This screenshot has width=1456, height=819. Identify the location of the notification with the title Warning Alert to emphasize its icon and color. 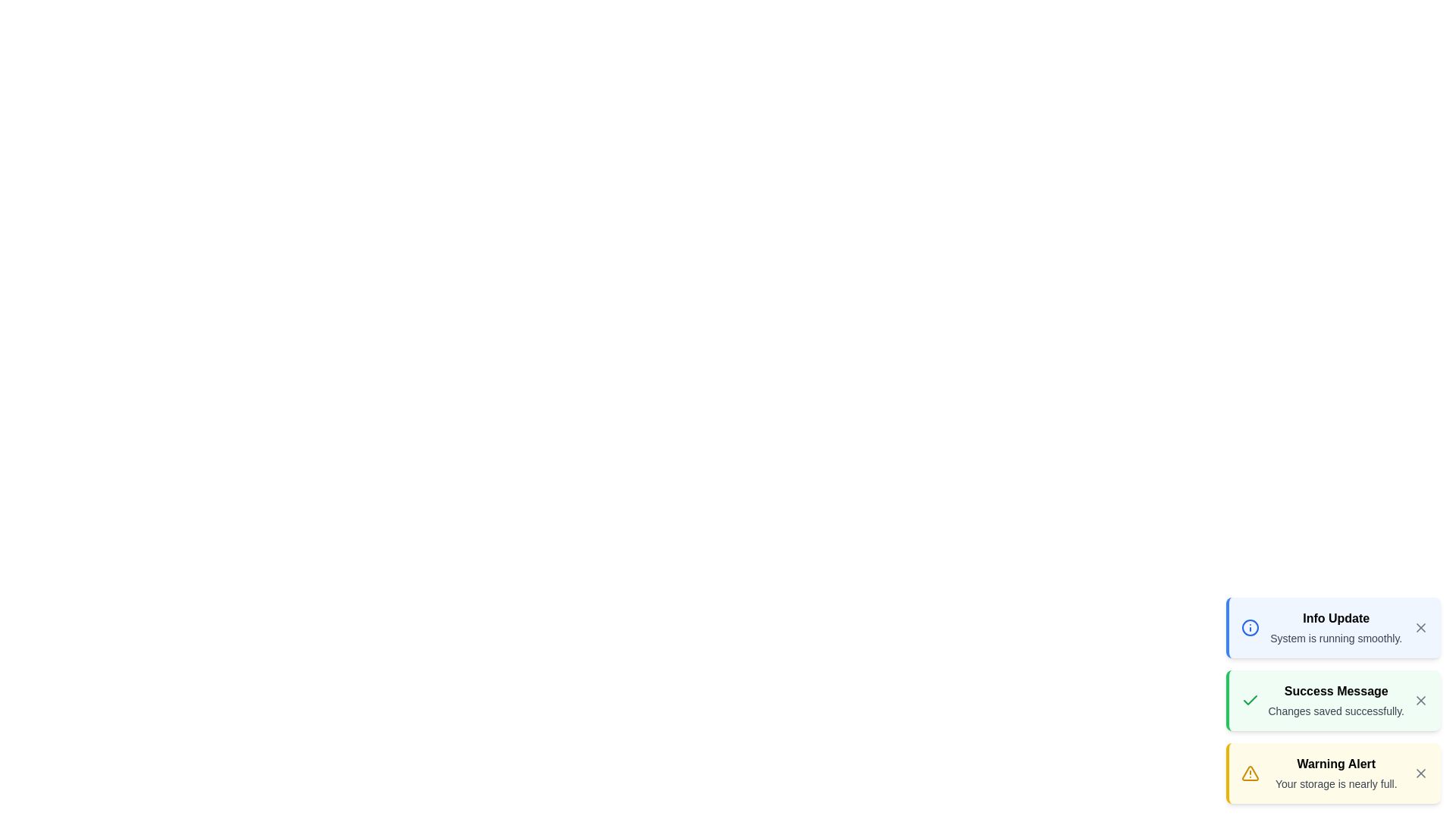
(1332, 773).